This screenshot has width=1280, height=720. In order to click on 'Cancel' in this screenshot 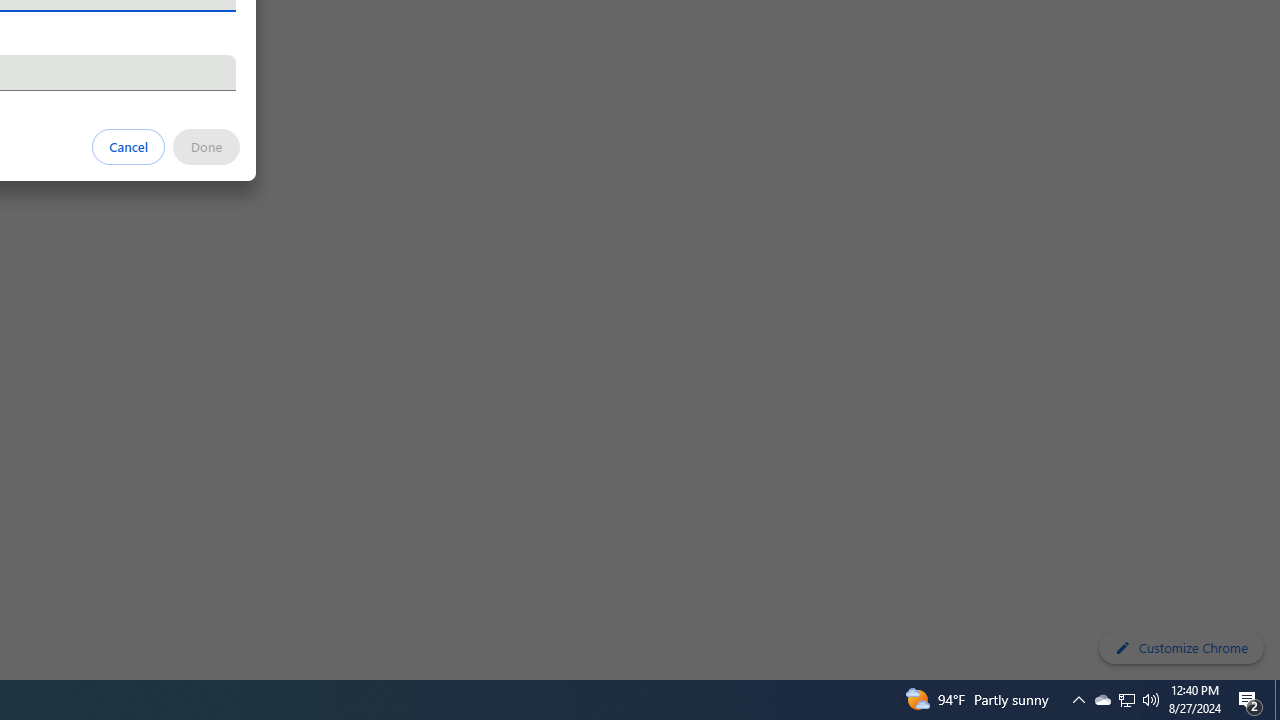, I will do `click(128, 145)`.